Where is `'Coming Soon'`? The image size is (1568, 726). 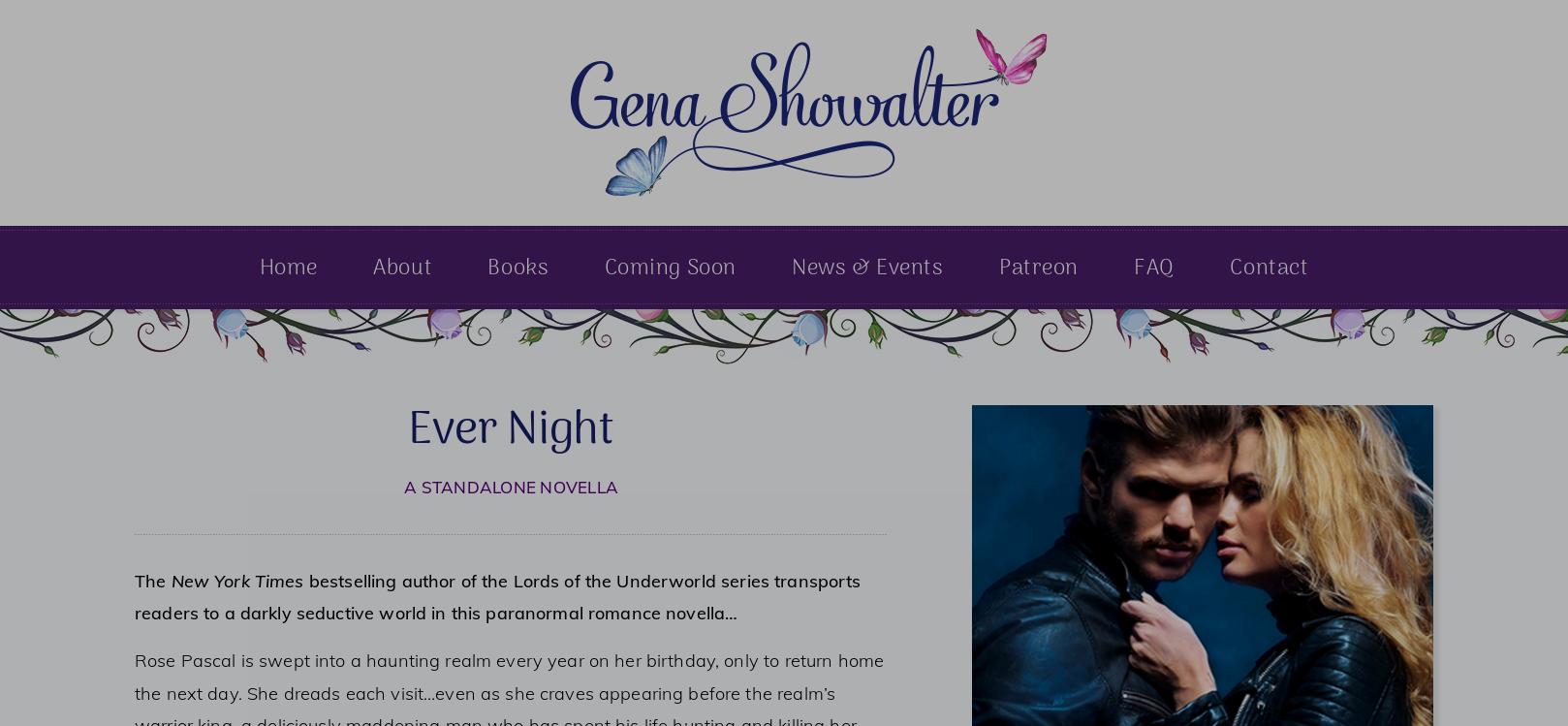 'Coming Soon' is located at coordinates (669, 268).